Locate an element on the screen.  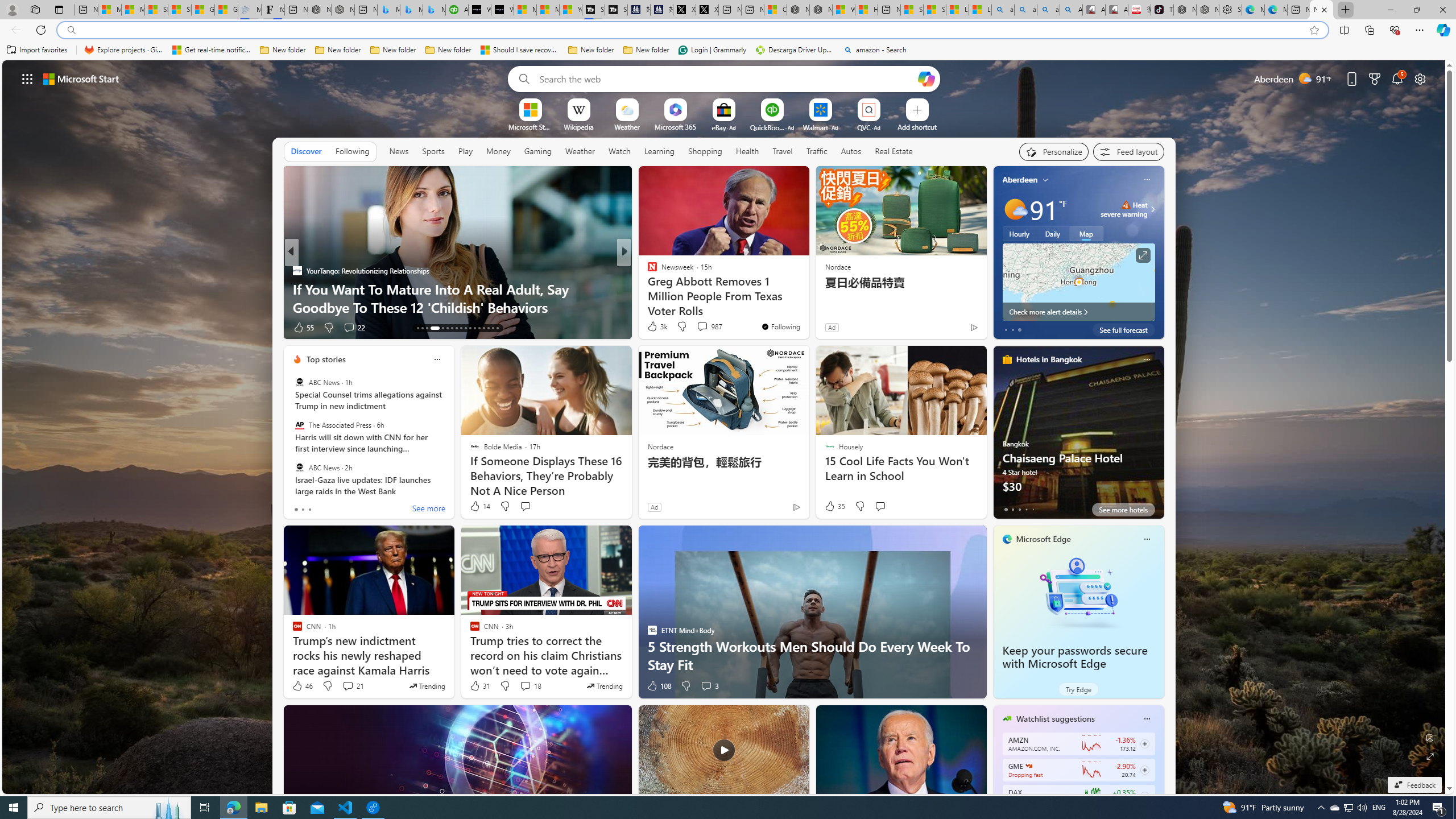
'AutomationID: tab-16' is located at coordinates (431, 328).